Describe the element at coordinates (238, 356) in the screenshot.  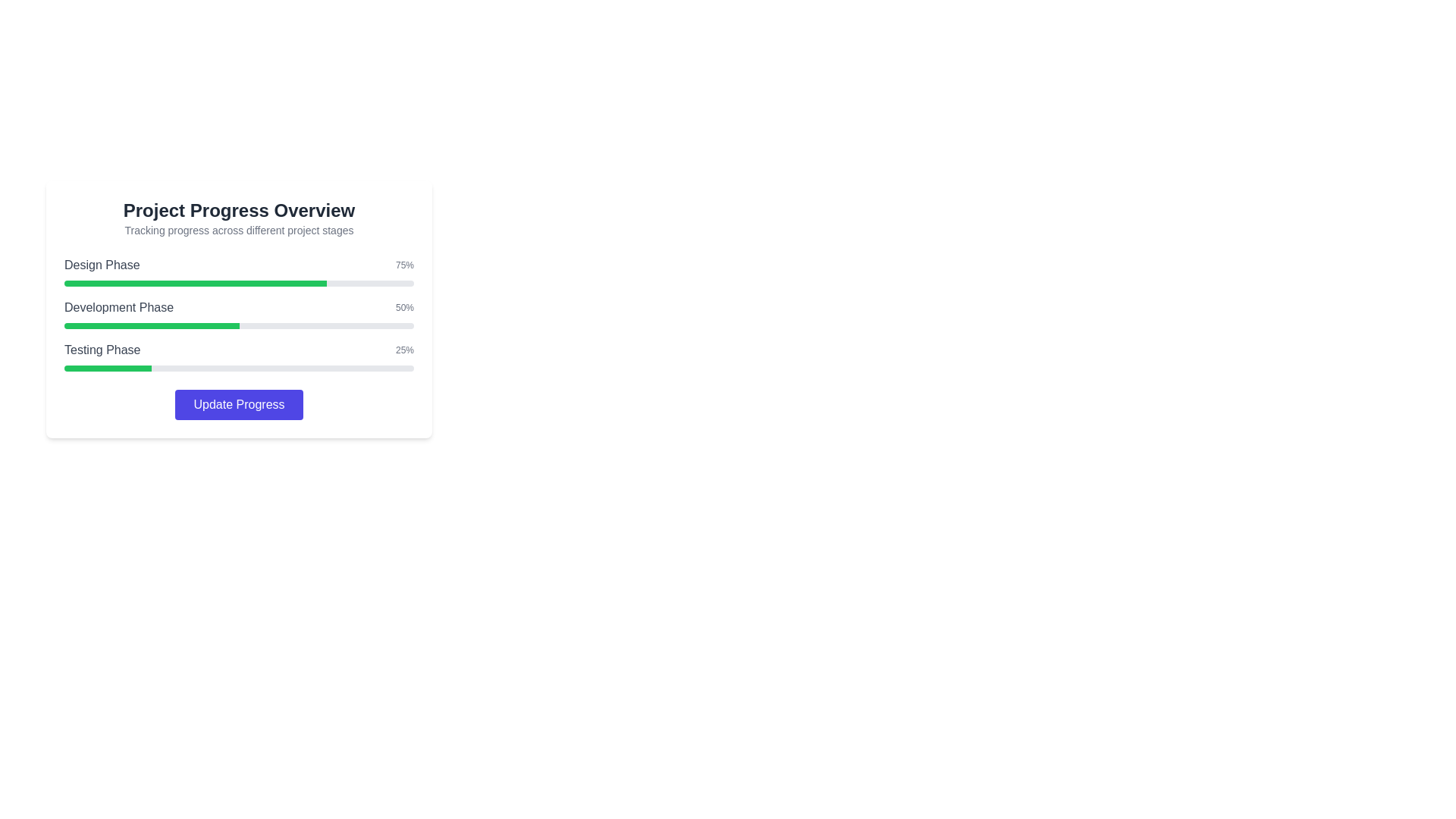
I see `the 'Testing Phase' progress tracker component` at that location.